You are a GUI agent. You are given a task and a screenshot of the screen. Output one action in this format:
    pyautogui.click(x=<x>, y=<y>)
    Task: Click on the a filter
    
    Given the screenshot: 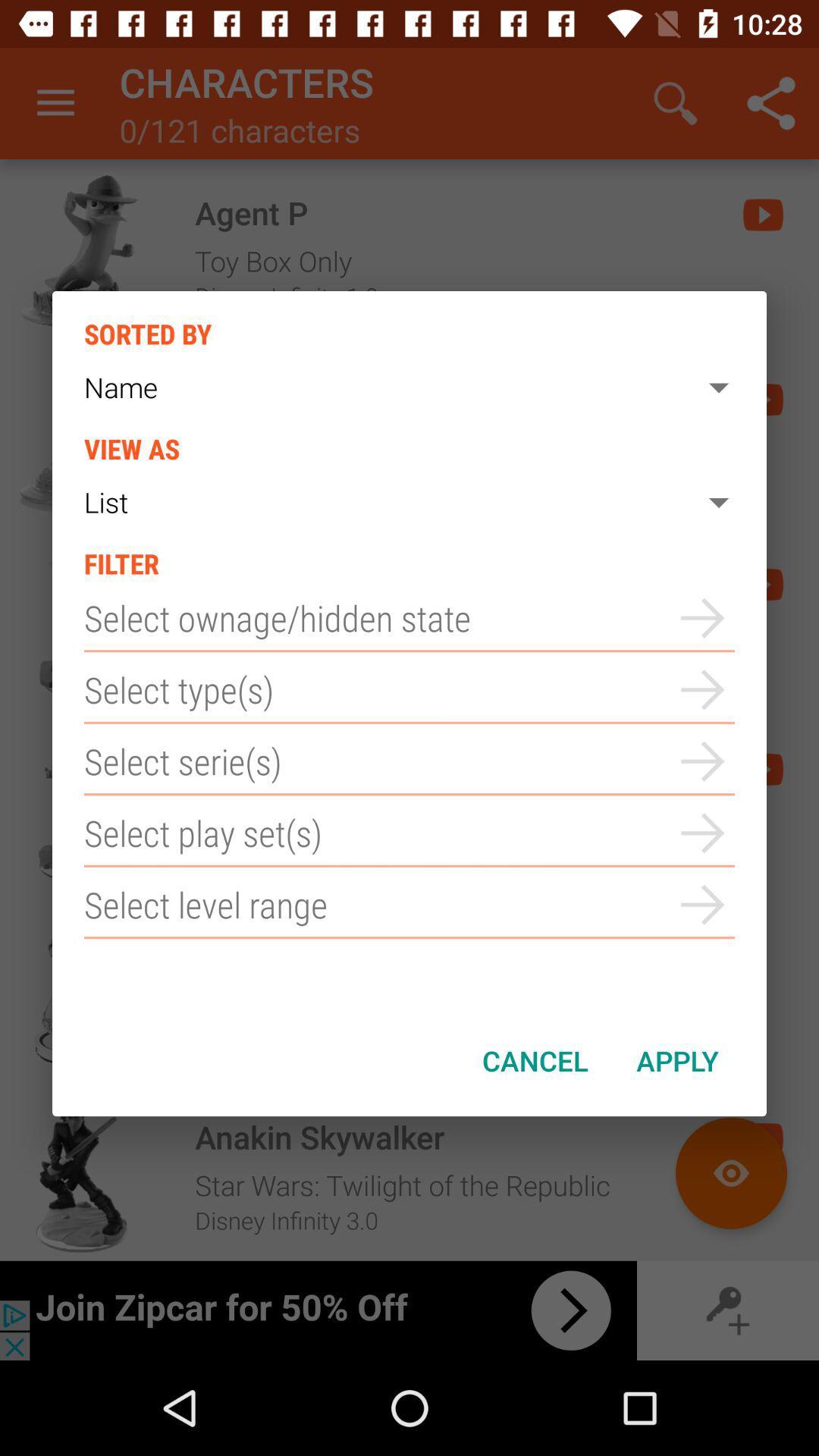 What is the action you would take?
    pyautogui.click(x=409, y=905)
    